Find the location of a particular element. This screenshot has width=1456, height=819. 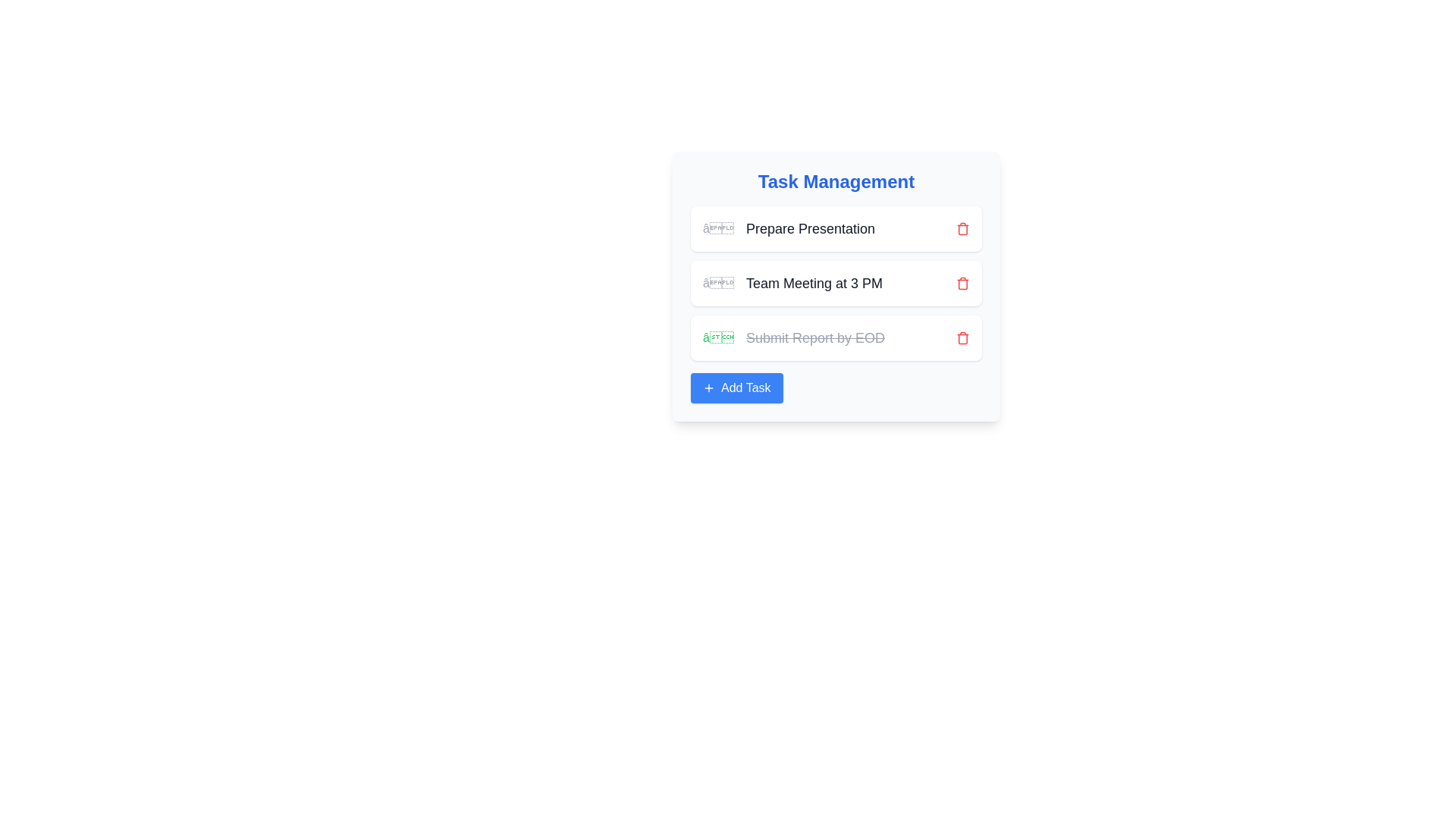

the text label that displays the title of the first task in the management interface, positioned centrally and to the right of the task indicator symbol is located at coordinates (809, 228).